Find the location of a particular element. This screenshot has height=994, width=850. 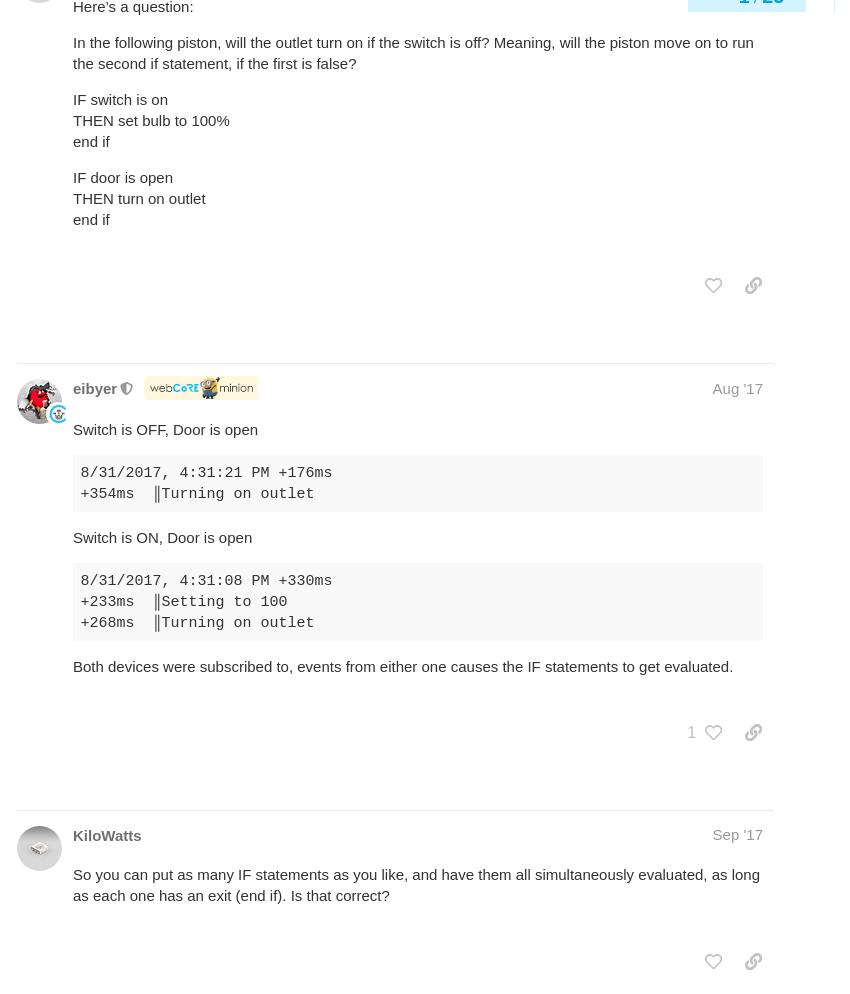

'IF door is open' is located at coordinates (121, 177).